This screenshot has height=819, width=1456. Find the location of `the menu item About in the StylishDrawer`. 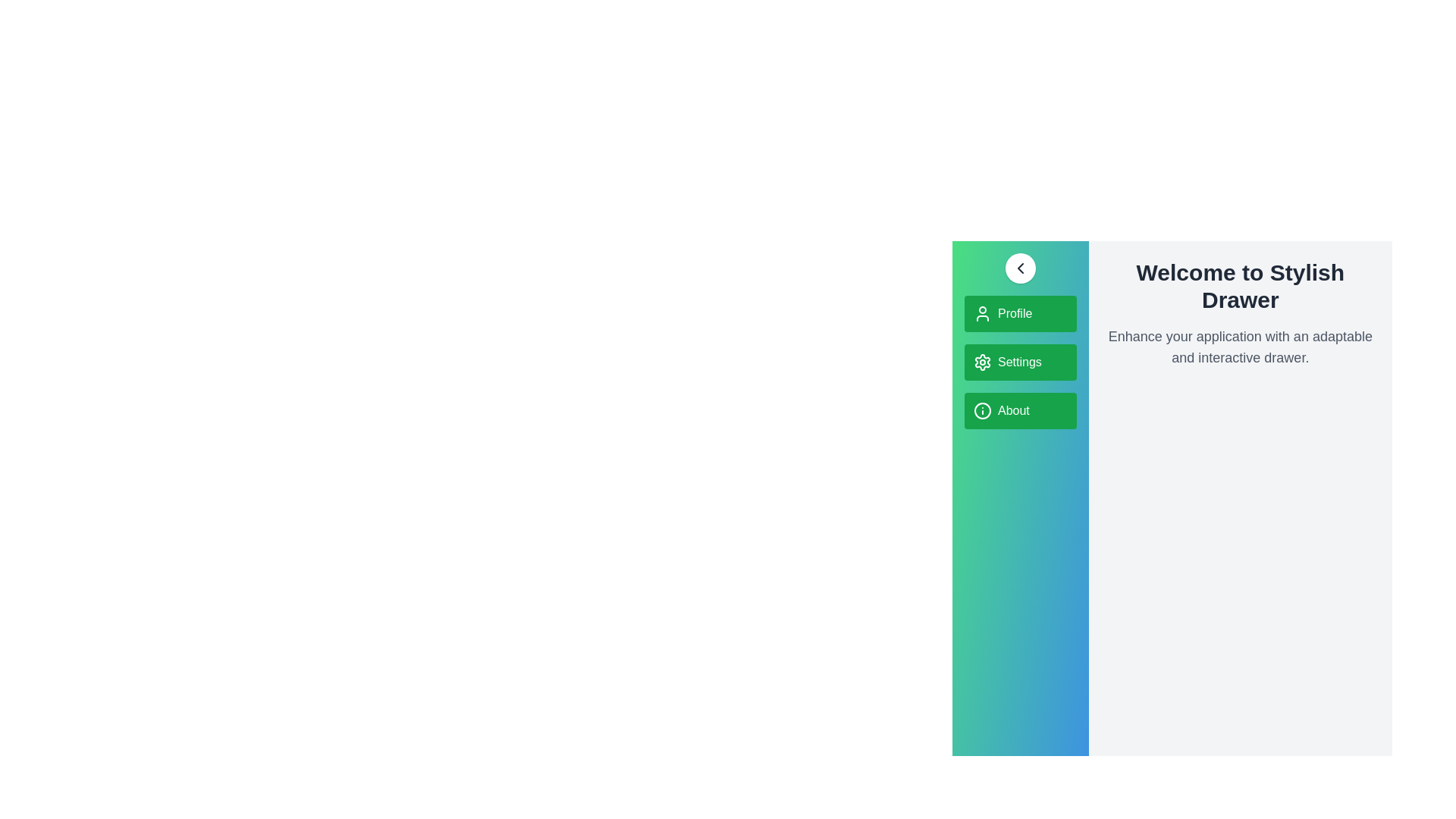

the menu item About in the StylishDrawer is located at coordinates (1020, 411).